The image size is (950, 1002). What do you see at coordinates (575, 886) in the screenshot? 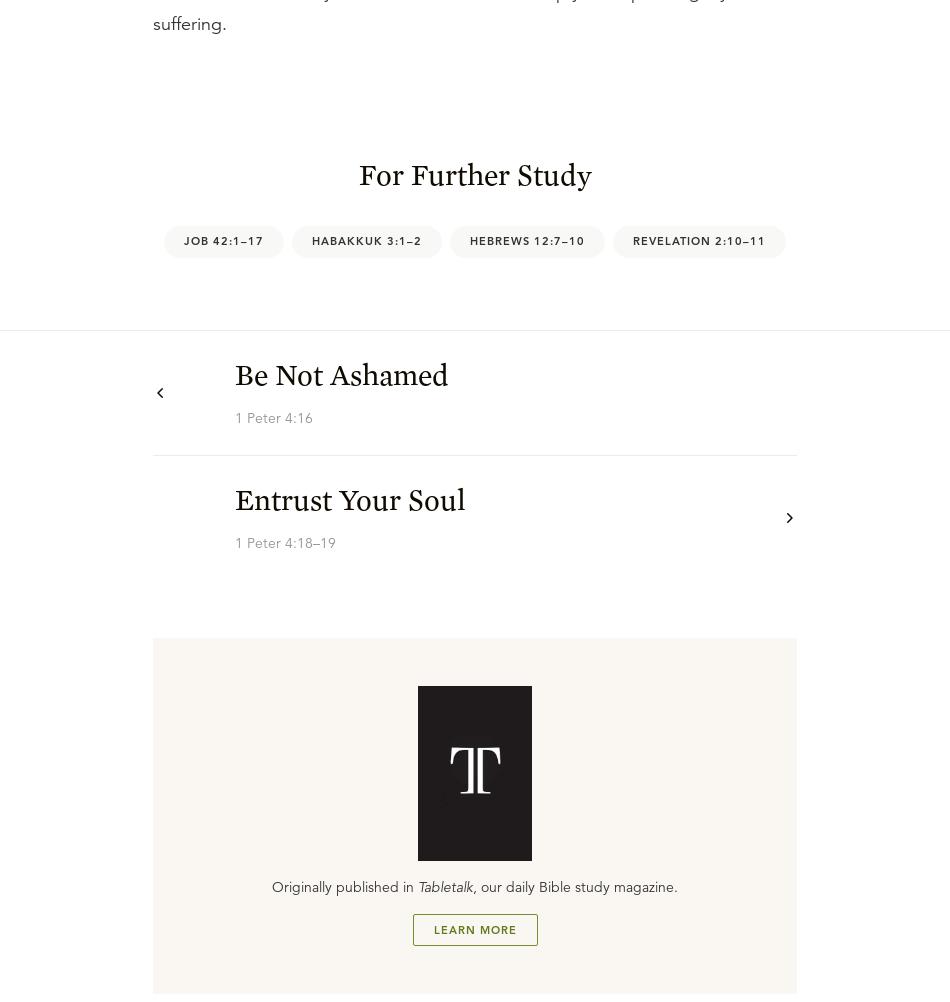
I see `', our daily Bible study magazine.'` at bounding box center [575, 886].